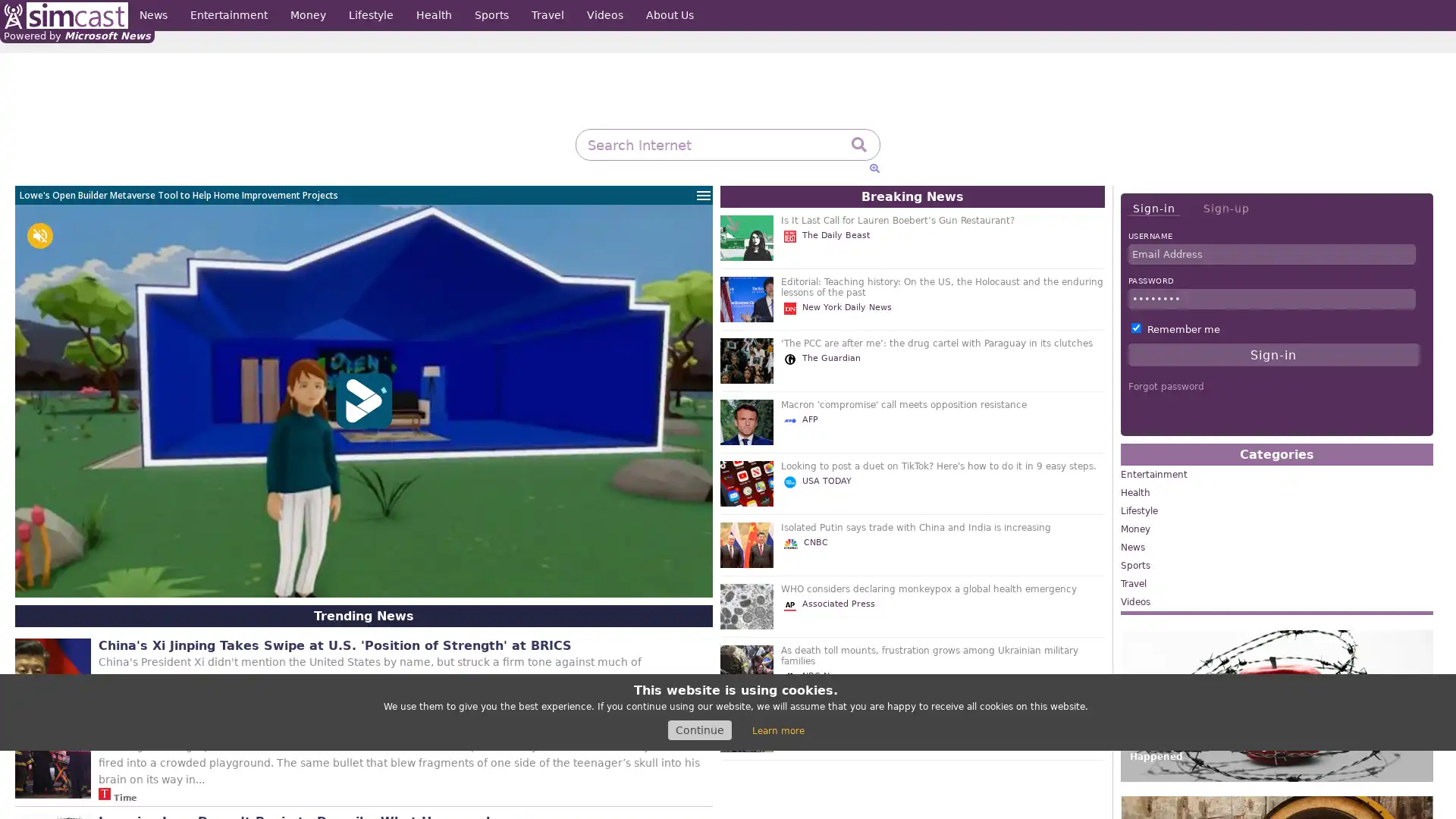  Describe the element at coordinates (39, 236) in the screenshot. I see `volume_offvolume_up` at that location.